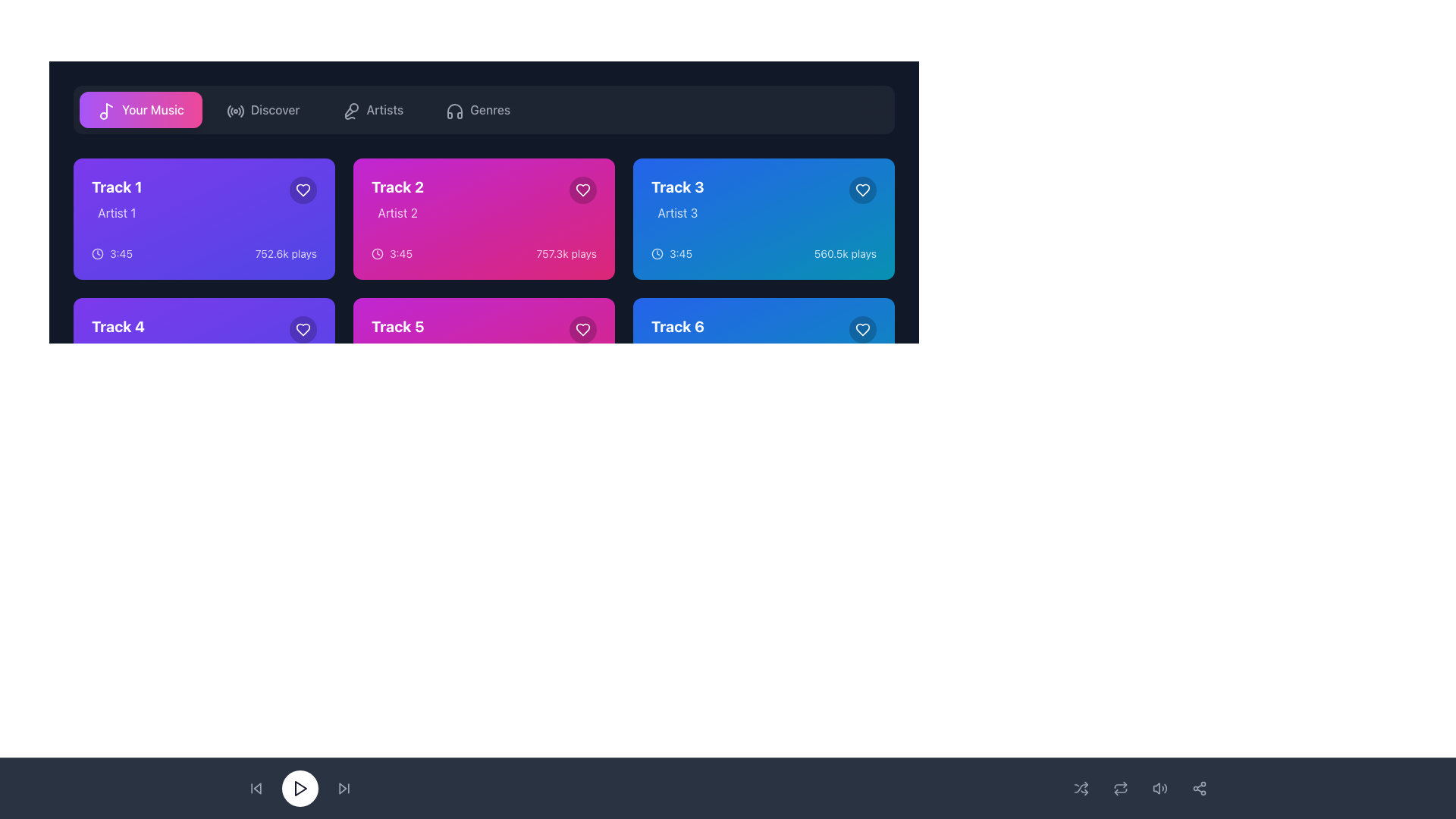 This screenshot has height=819, width=1456. Describe the element at coordinates (1080, 788) in the screenshot. I see `the shuffle button located at the bottom-right corner of the interface` at that location.